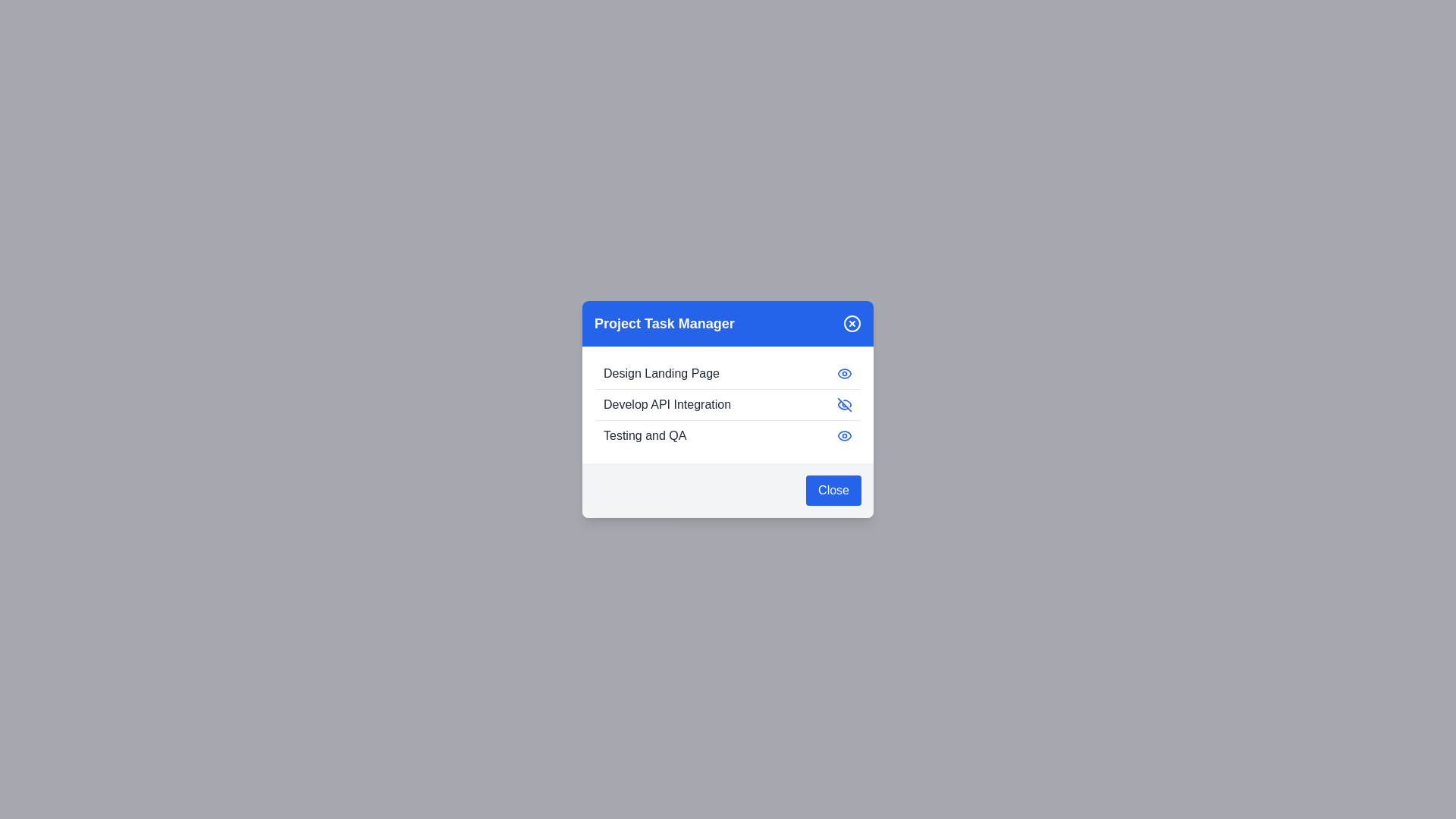 This screenshot has width=1456, height=819. Describe the element at coordinates (833, 491) in the screenshot. I see `the Close Button to close the dialog` at that location.